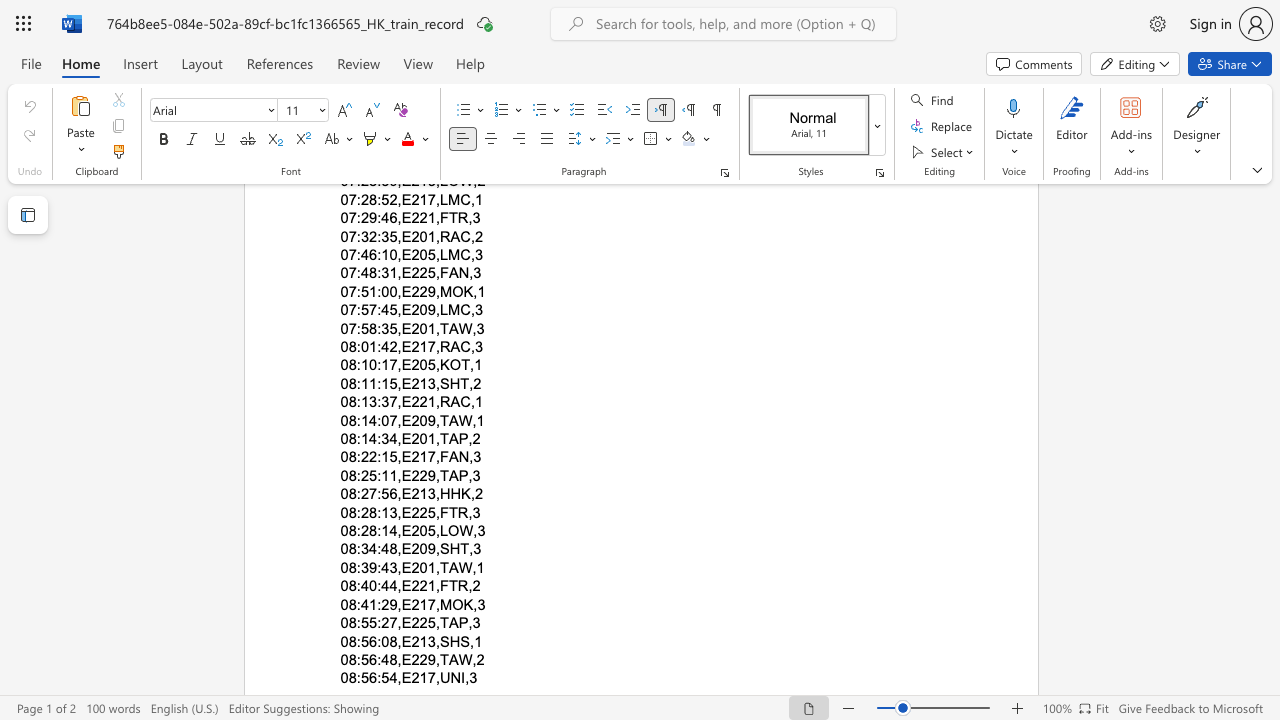 The width and height of the screenshot is (1280, 720). I want to click on the space between the continuous character ":" and "1" in the text, so click(382, 511).